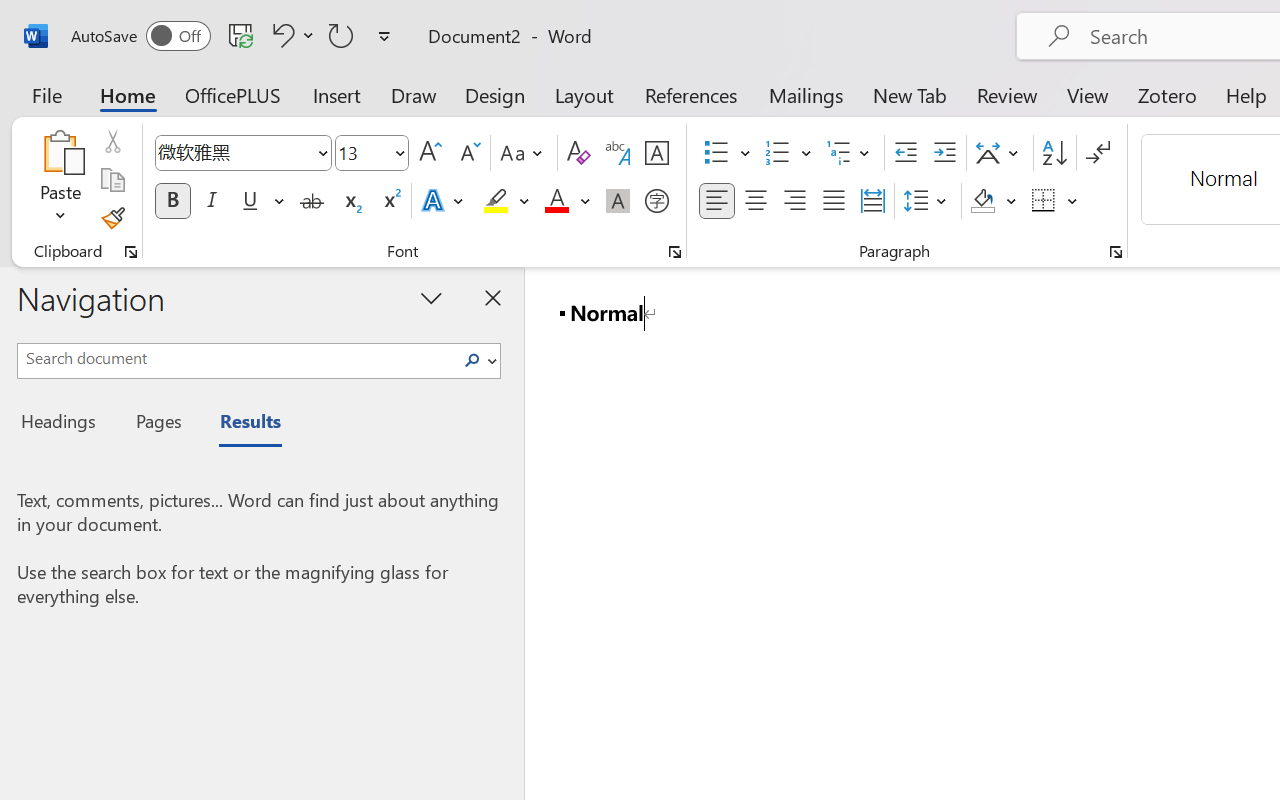 The width and height of the screenshot is (1280, 800). What do you see at coordinates (46, 94) in the screenshot?
I see `'File Tab'` at bounding box center [46, 94].